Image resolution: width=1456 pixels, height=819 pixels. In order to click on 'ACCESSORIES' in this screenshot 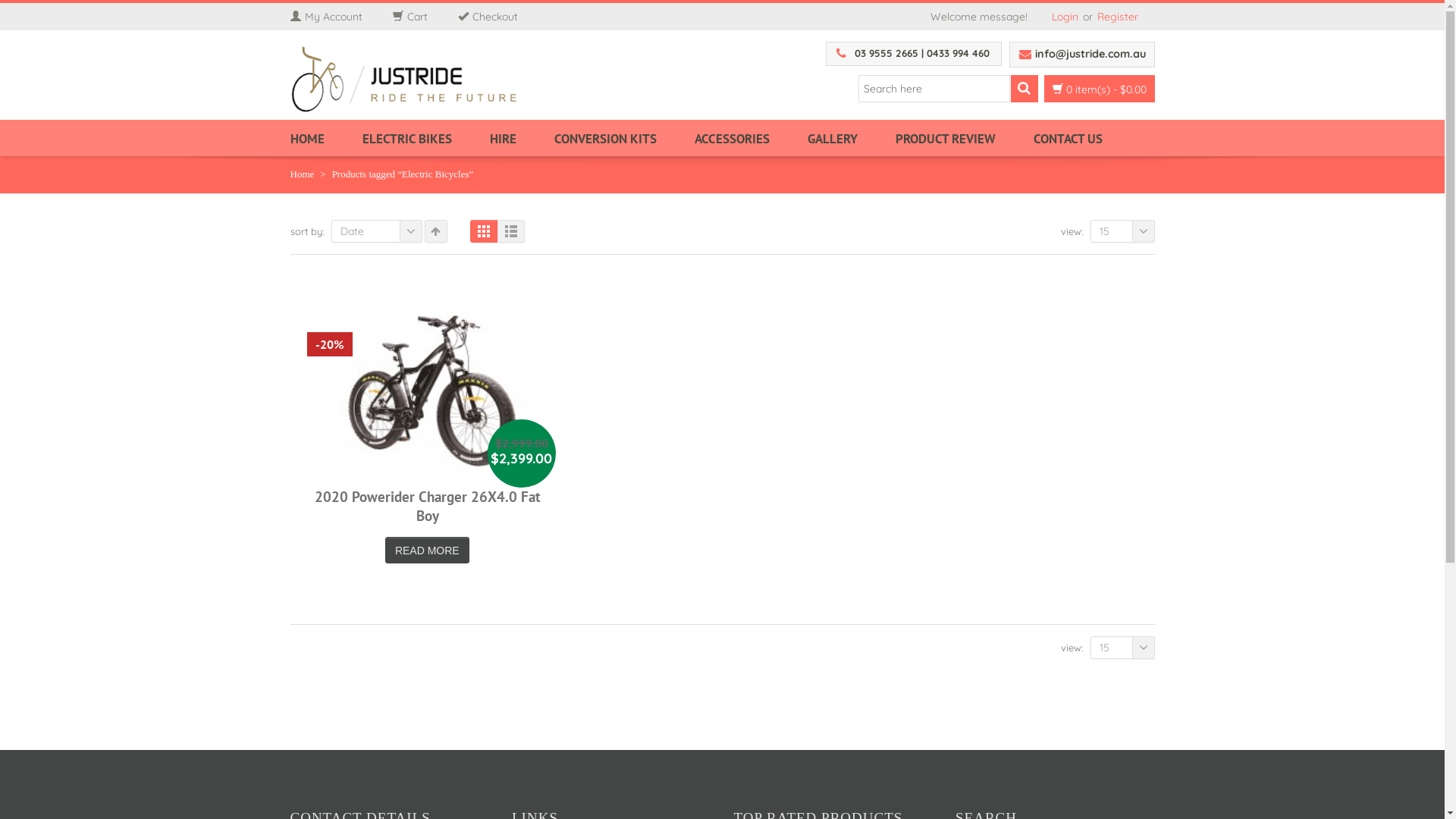, I will do `click(751, 137)`.